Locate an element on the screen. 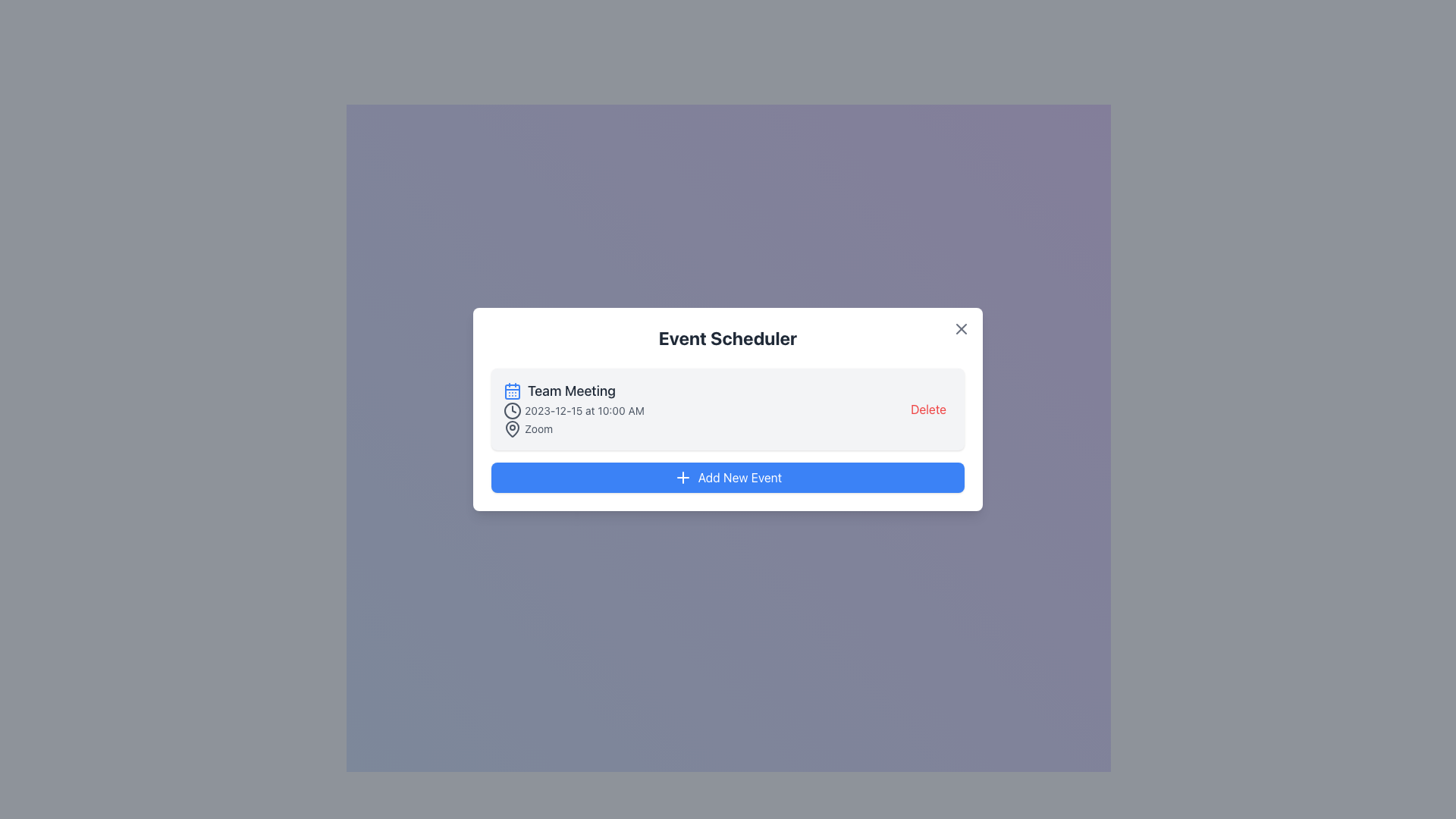 The image size is (1456, 819). event details from the Event Panel labeled 'Team Meeting' with scheduled date and time '2023-12-15 at 10:00 AM' and location 'Zoom' is located at coordinates (728, 409).